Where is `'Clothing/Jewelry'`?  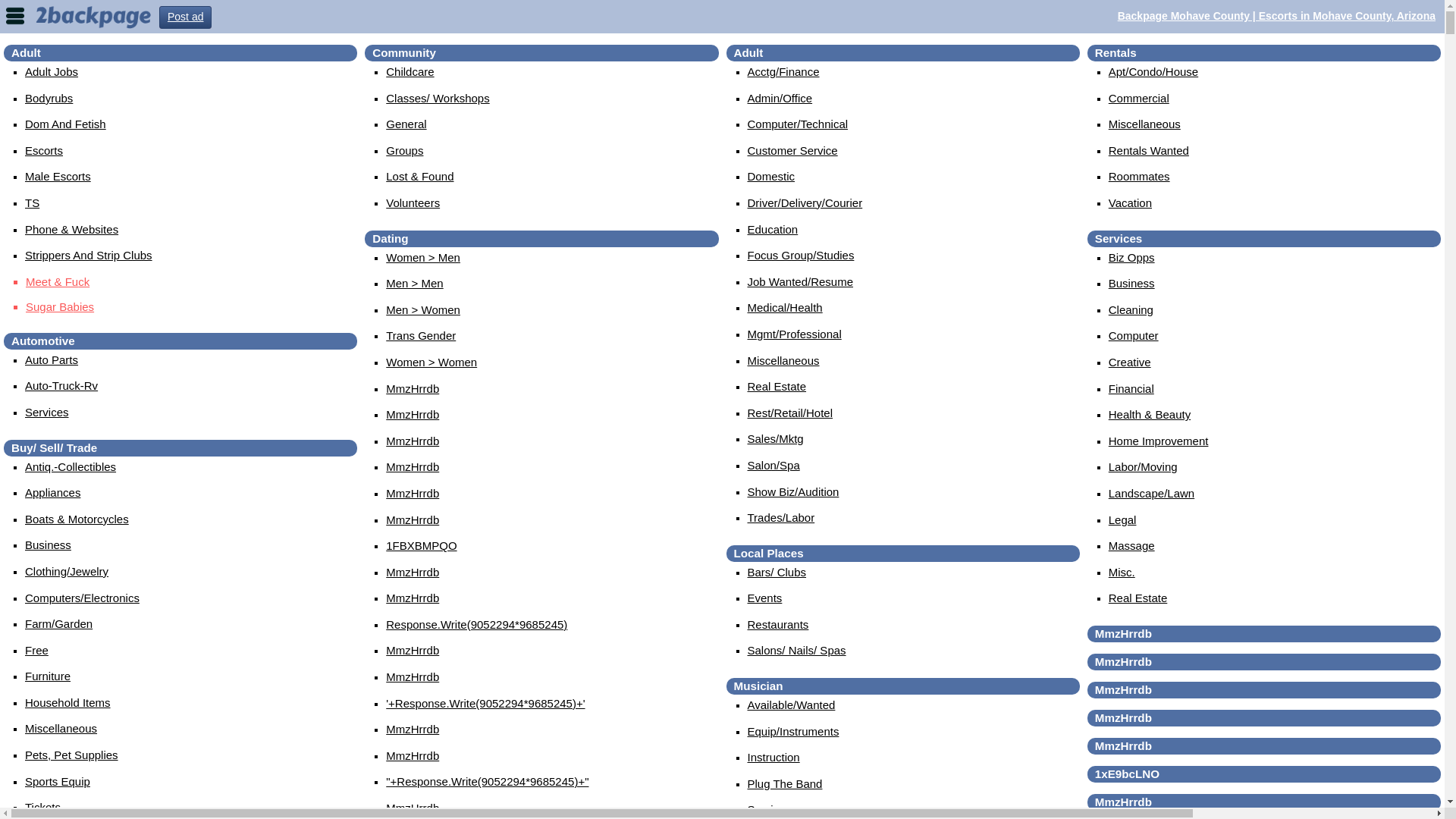
'Clothing/Jewelry' is located at coordinates (25, 571).